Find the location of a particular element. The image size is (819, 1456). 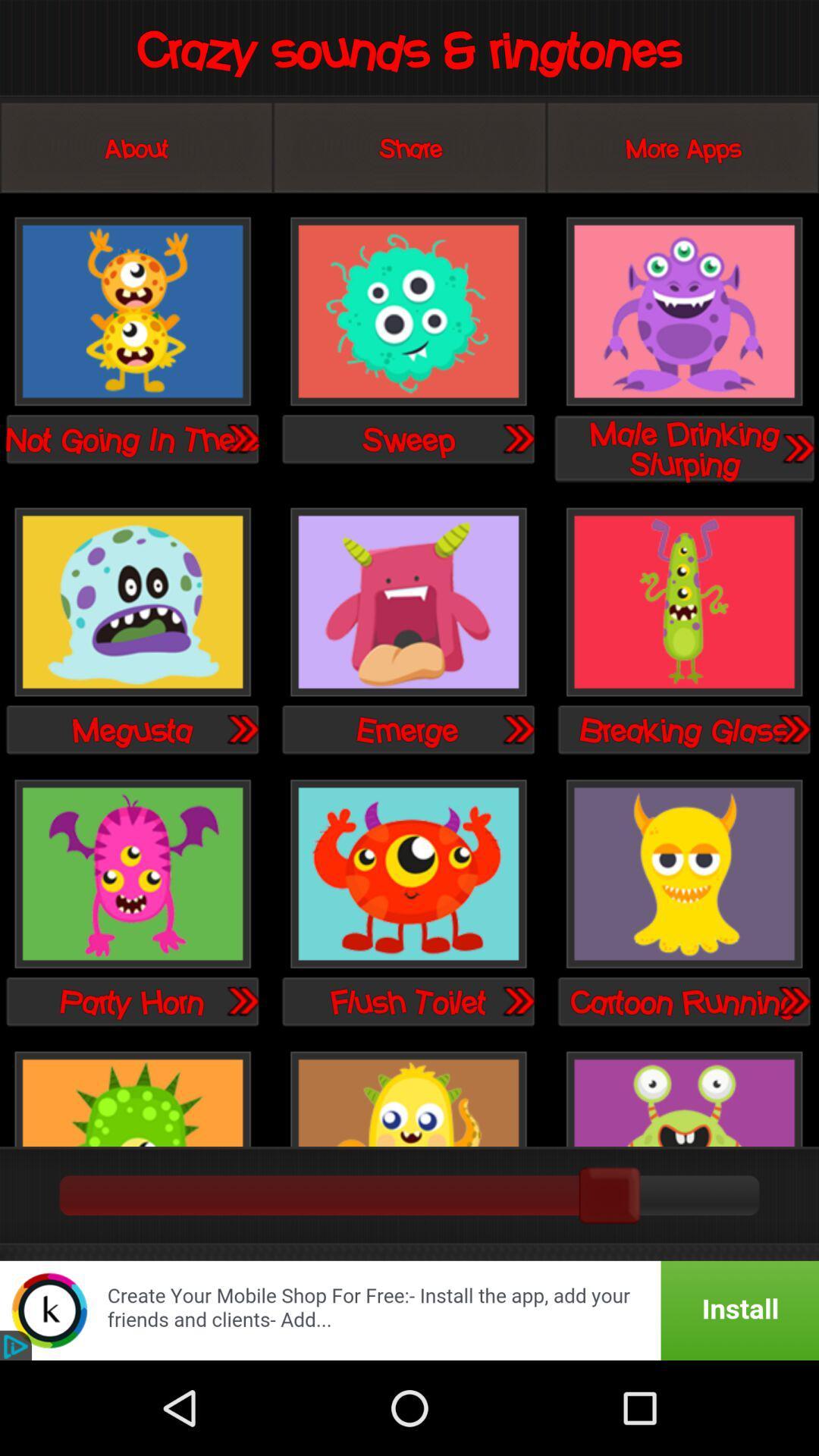

it is a monster pointing down is located at coordinates (132, 875).